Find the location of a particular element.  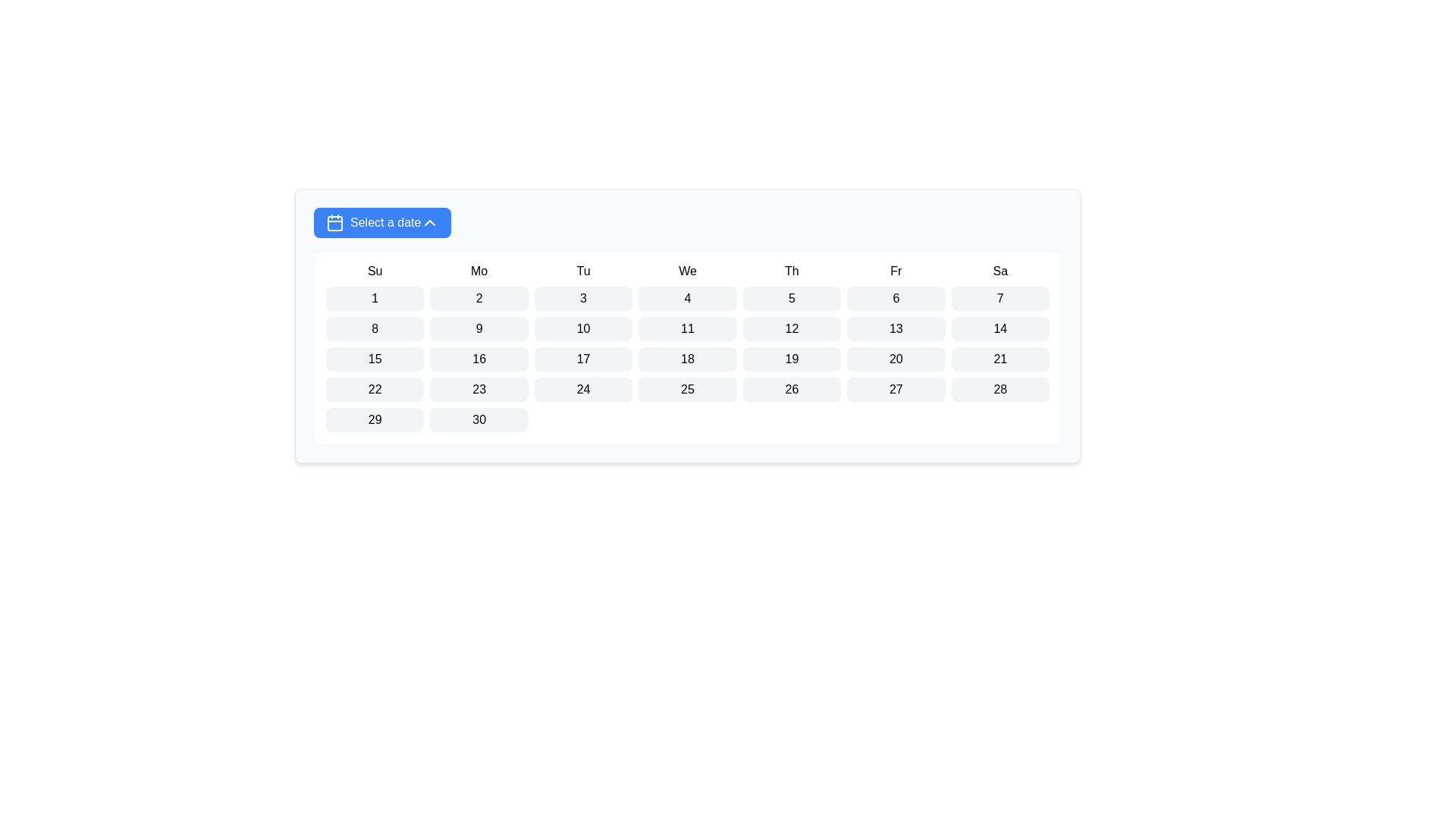

the button representing the 7th day of the month in the calendar interface to trigger hover effects is located at coordinates (1000, 298).